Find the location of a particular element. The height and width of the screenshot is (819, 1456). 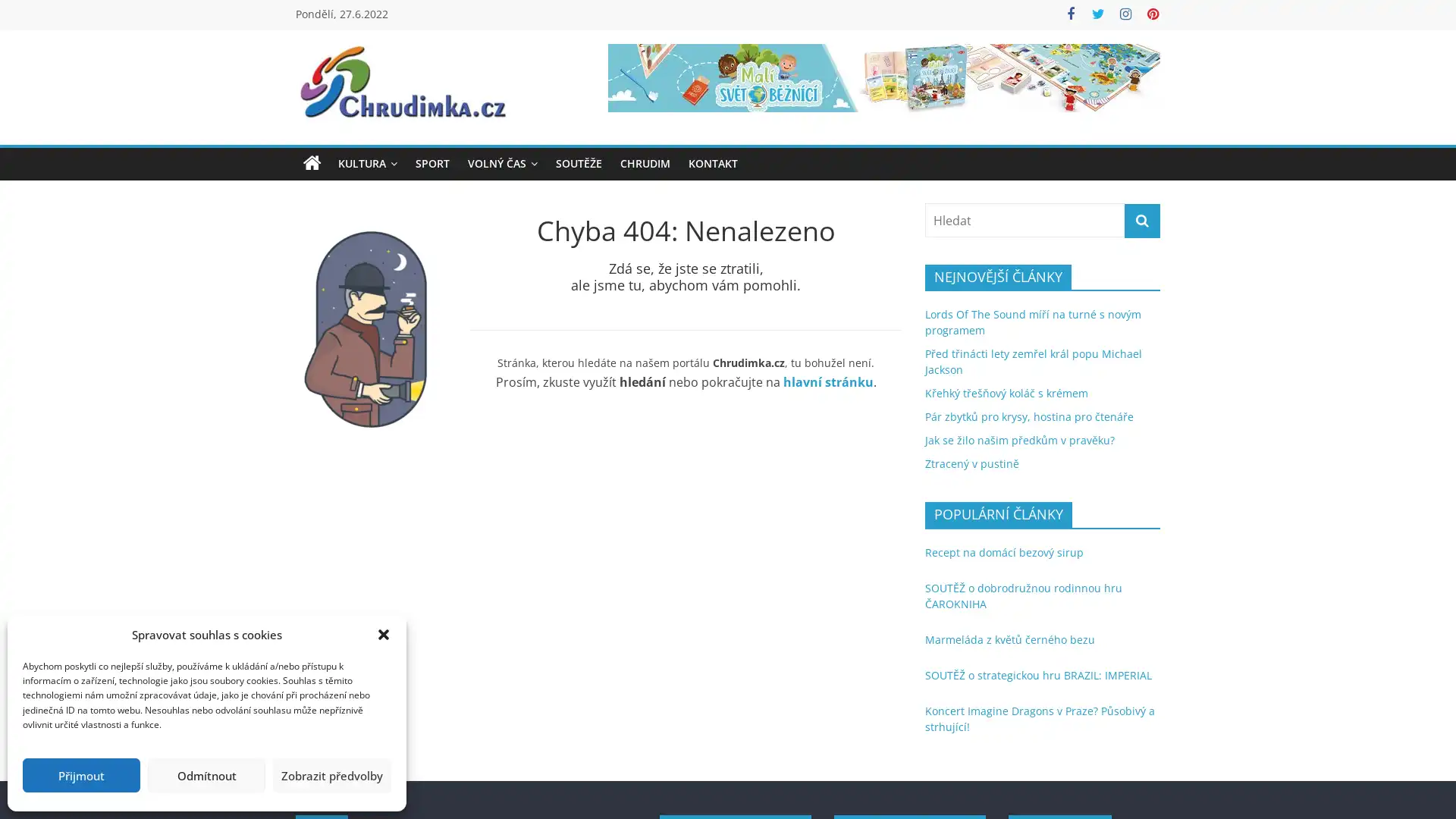

Zobrazit predvolby is located at coordinates (331, 775).